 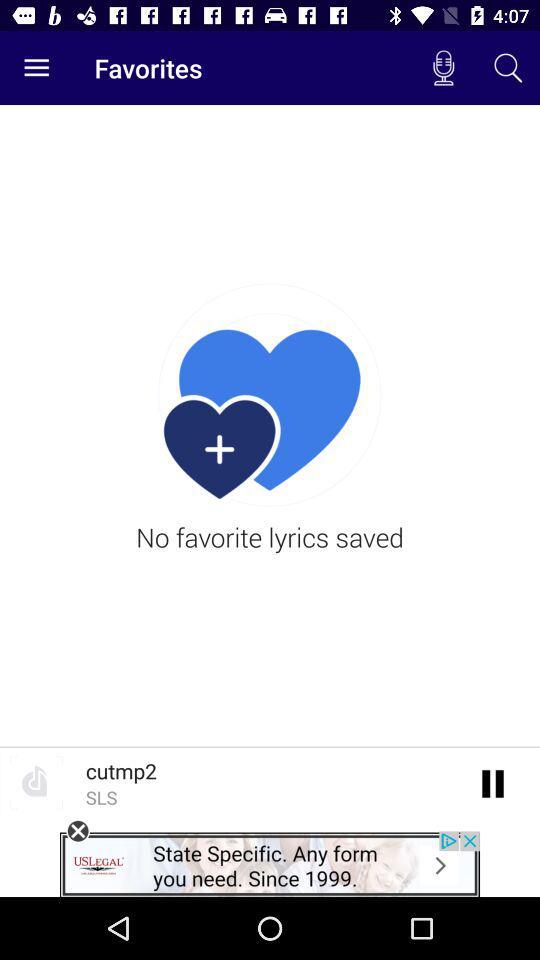 I want to click on pop up, so click(x=77, y=831).